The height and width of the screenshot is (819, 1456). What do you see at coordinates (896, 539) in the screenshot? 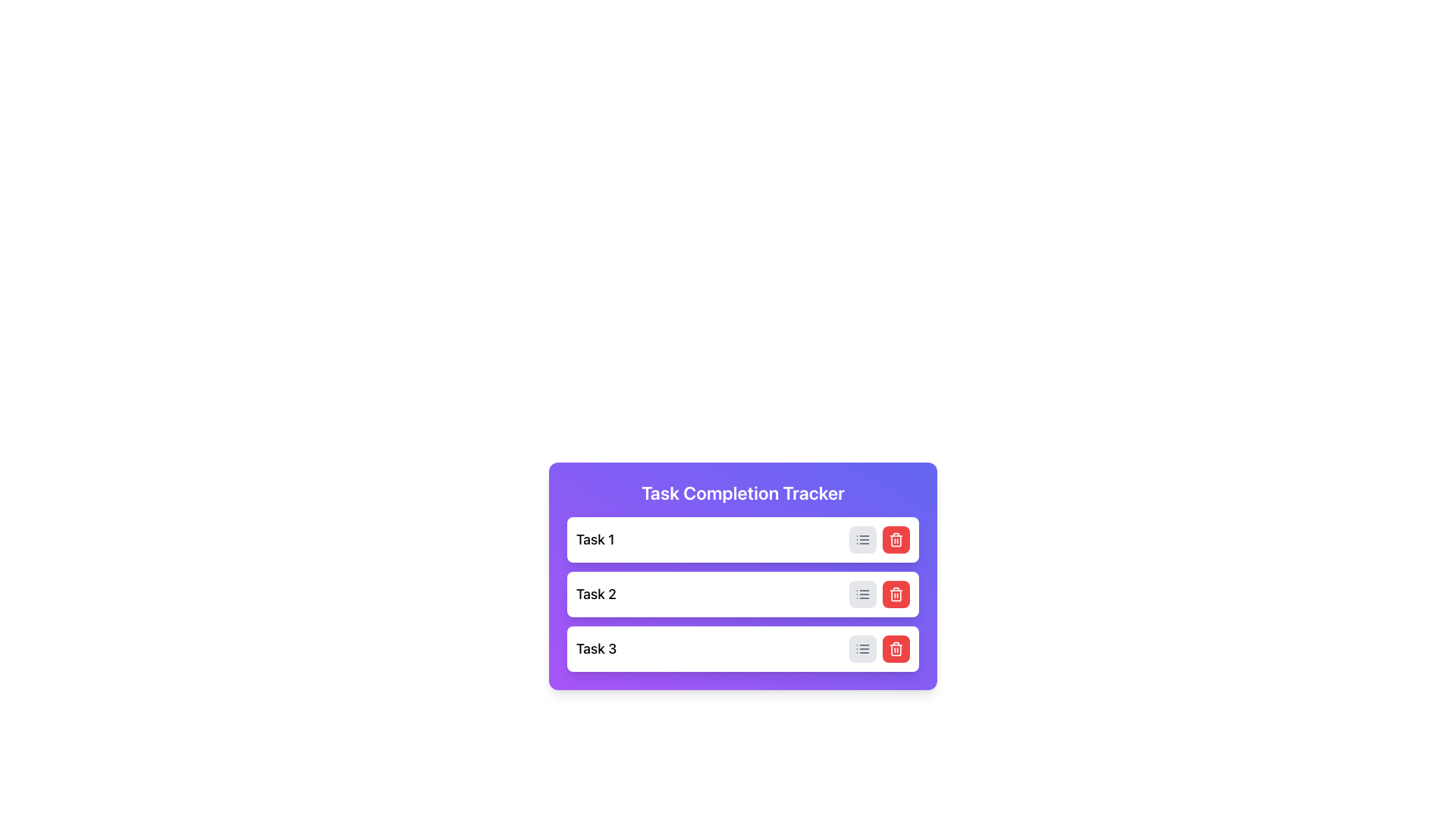
I see `the delete button located at the far right of the first task entry row labeled 'Task 1'` at bounding box center [896, 539].